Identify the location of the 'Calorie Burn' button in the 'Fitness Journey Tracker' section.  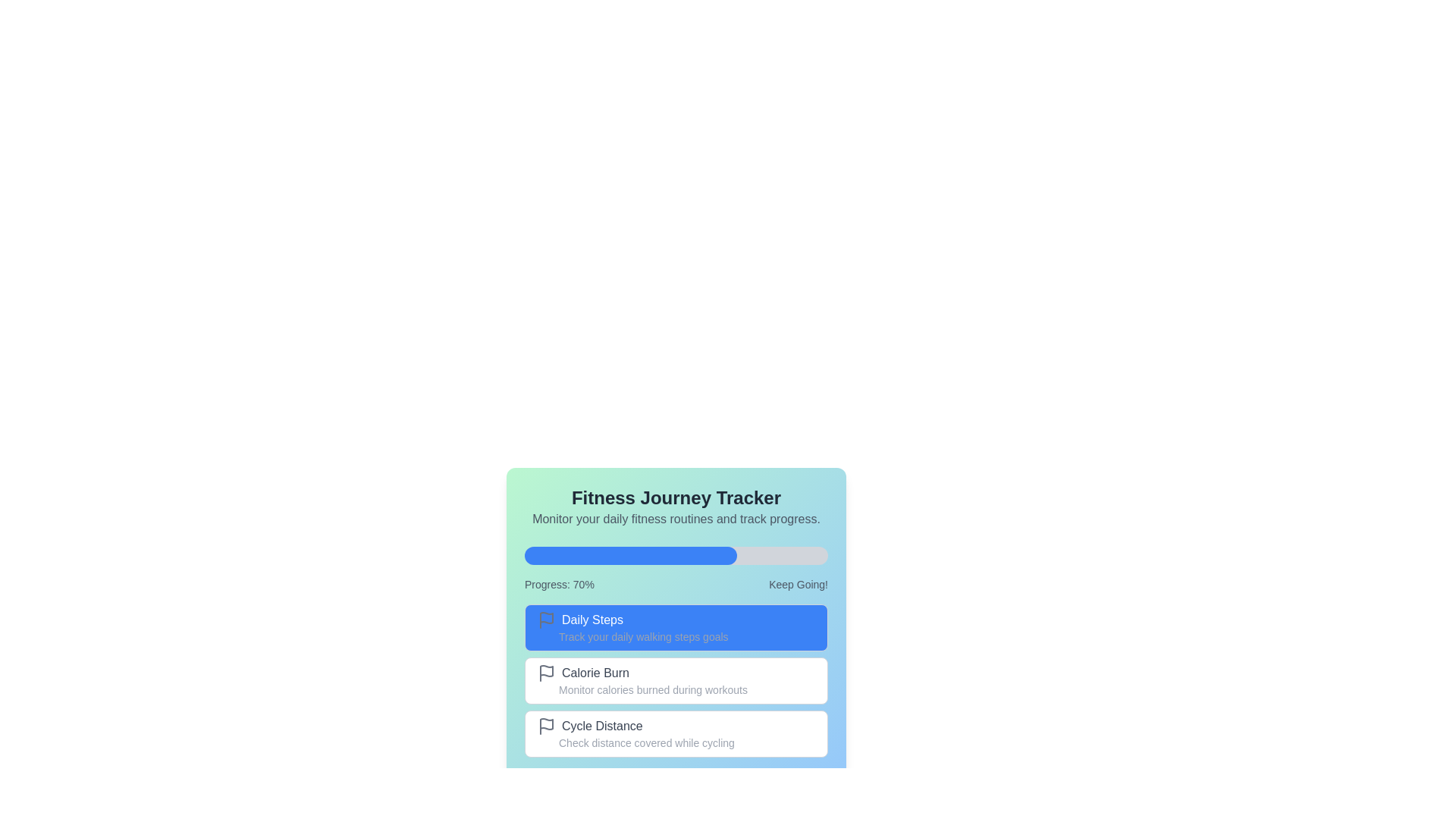
(676, 680).